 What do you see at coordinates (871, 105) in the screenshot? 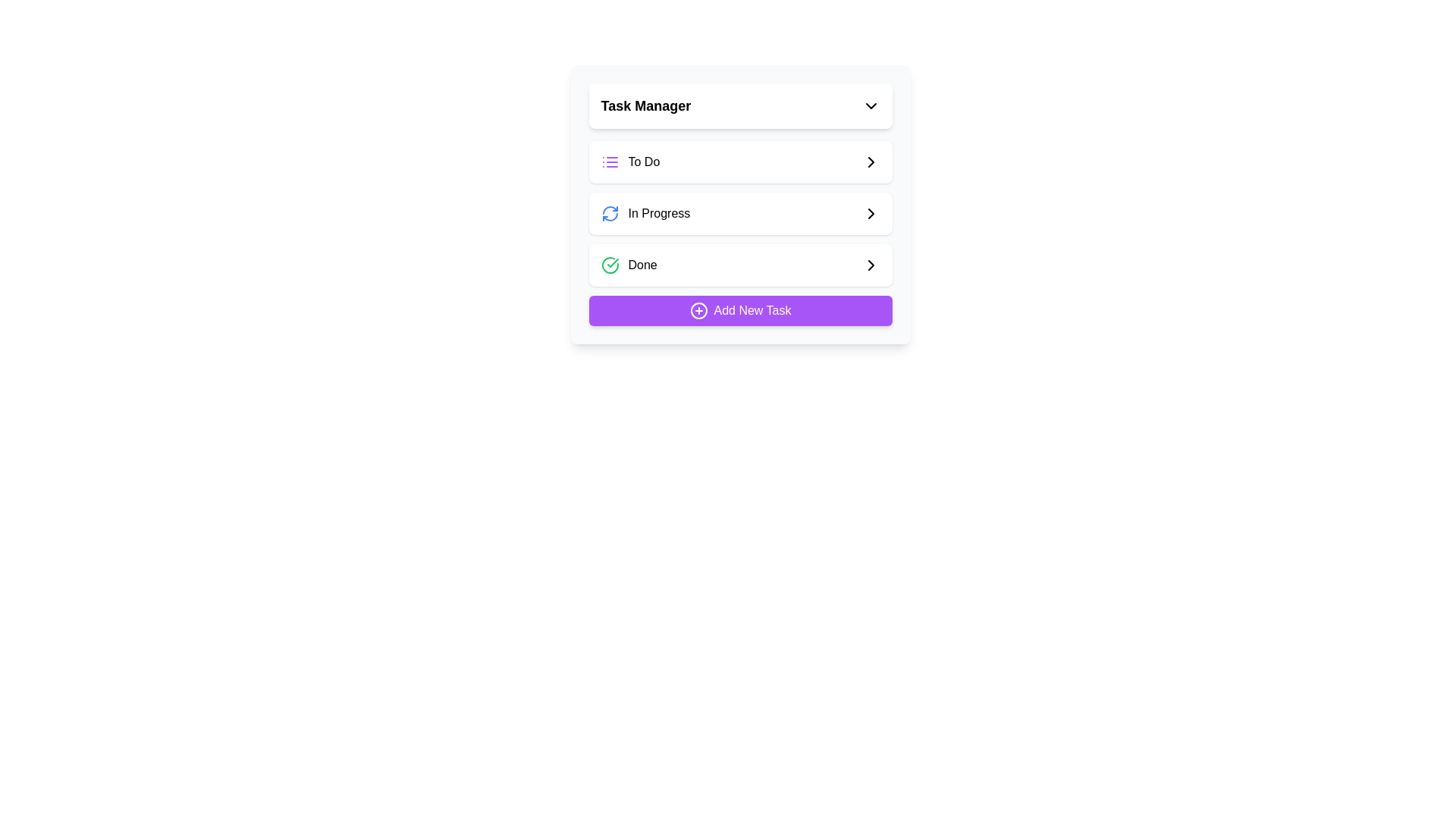
I see `the downward-pointing chevron icon located at the far right of the 'Task Manager' header section` at bounding box center [871, 105].